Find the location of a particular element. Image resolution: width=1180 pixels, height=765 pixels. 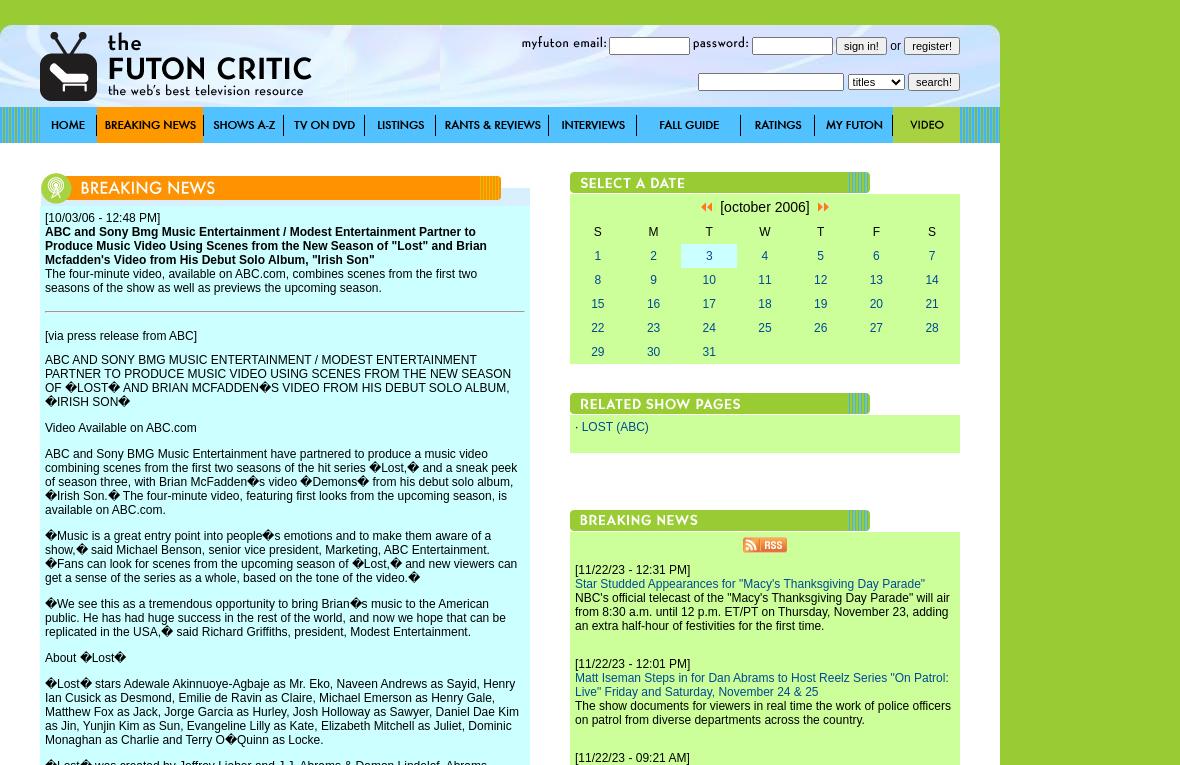

'2' is located at coordinates (652, 255).